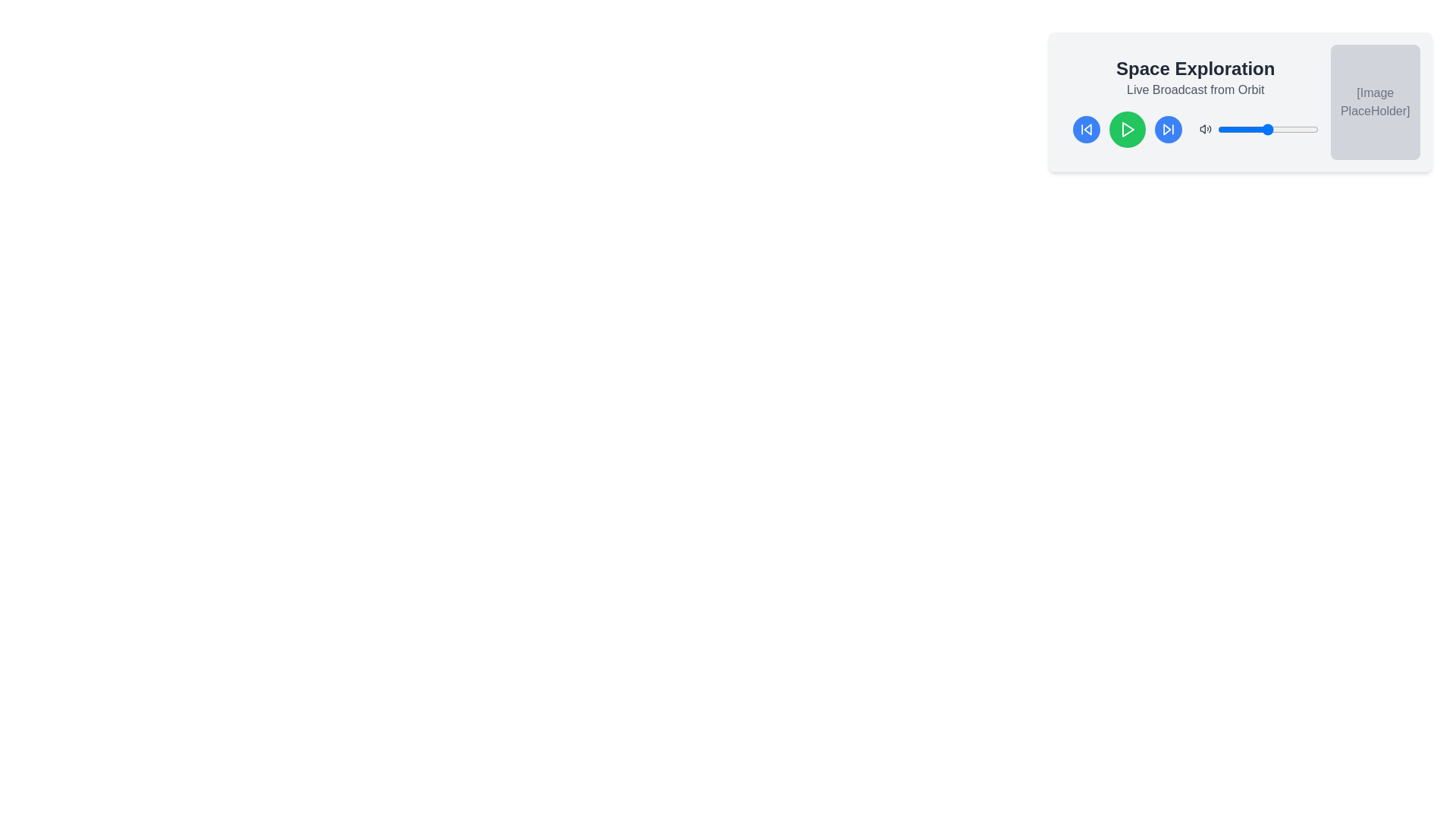  Describe the element at coordinates (1086, 128) in the screenshot. I see `the backward skip button located in the top right section of the interface, positioned directly to the left of the green play button` at that location.